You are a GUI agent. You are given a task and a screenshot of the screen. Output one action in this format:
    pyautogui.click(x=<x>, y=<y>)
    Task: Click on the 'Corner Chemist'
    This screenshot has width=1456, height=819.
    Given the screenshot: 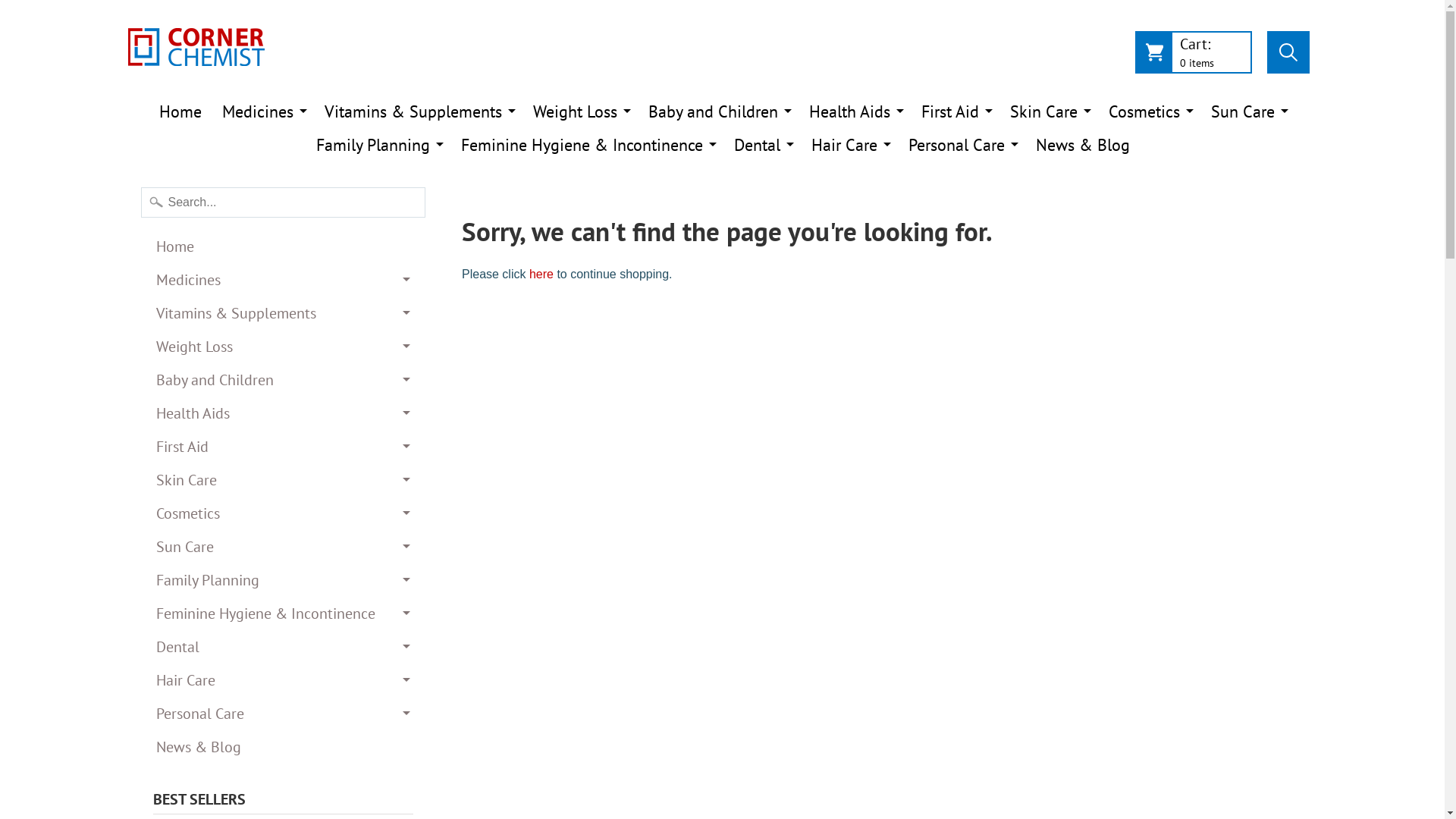 What is the action you would take?
    pyautogui.click(x=195, y=45)
    